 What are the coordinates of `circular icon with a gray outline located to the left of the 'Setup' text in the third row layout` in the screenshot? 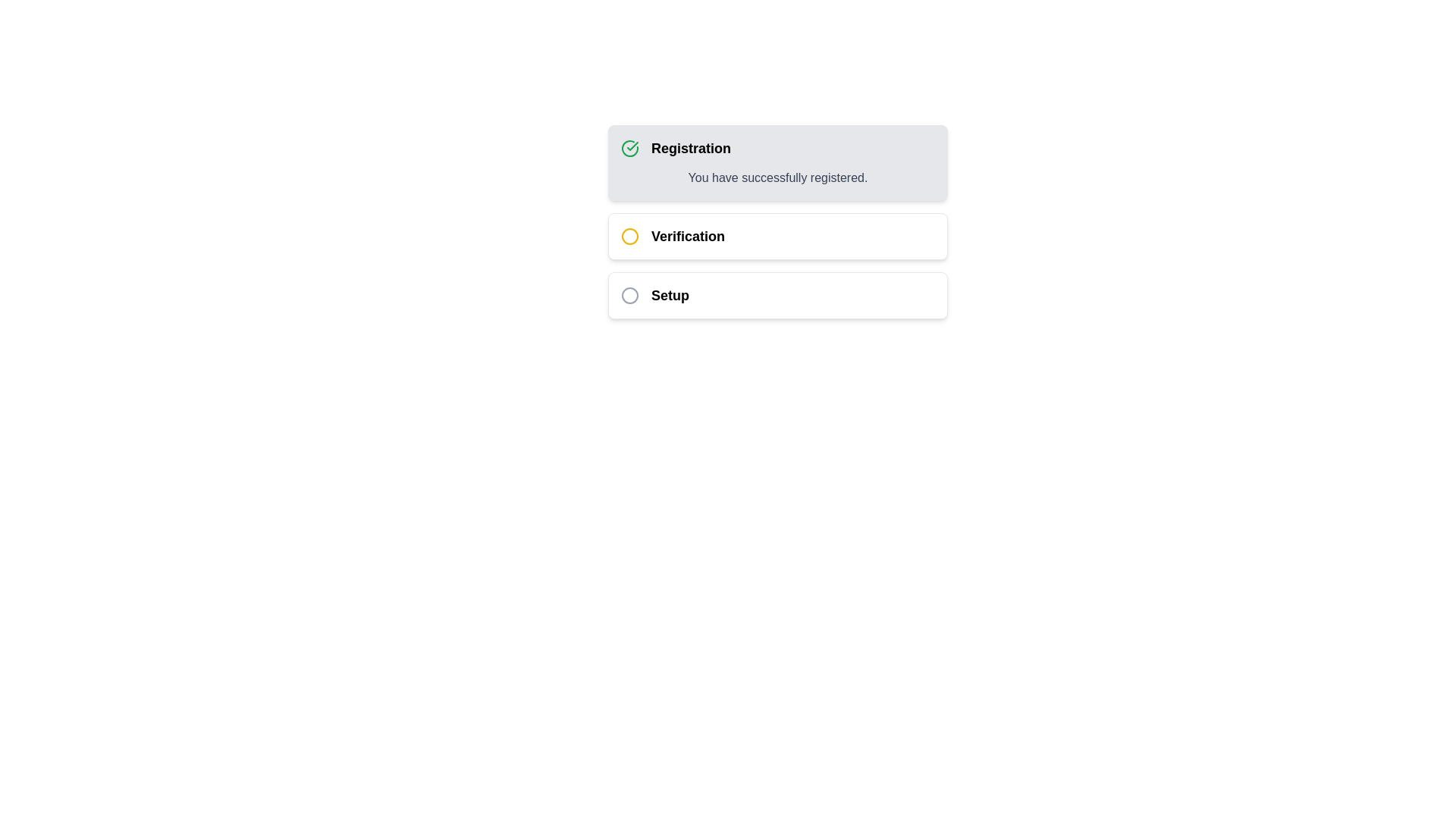 It's located at (629, 295).